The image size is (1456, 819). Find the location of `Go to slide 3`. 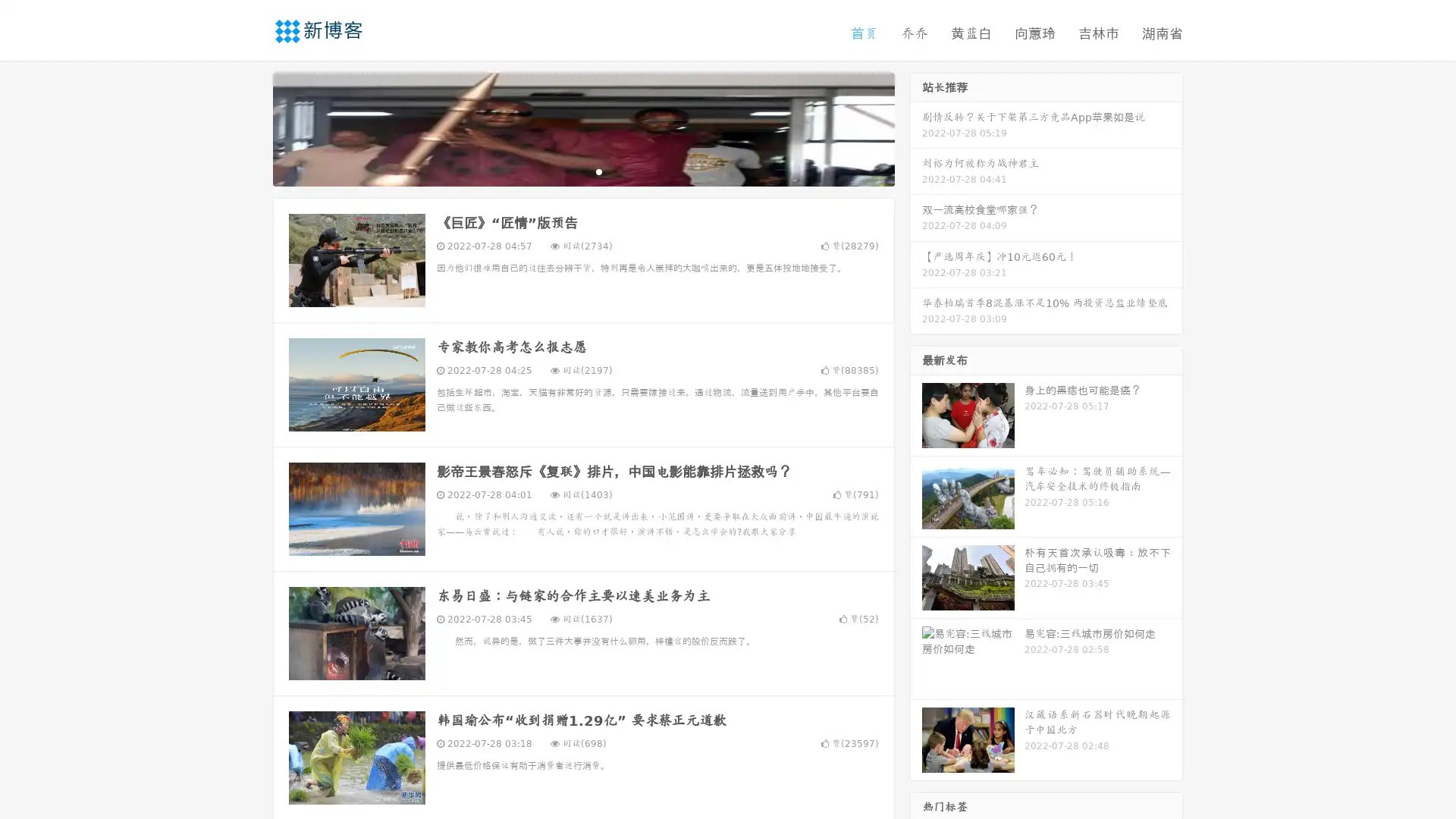

Go to slide 3 is located at coordinates (598, 171).